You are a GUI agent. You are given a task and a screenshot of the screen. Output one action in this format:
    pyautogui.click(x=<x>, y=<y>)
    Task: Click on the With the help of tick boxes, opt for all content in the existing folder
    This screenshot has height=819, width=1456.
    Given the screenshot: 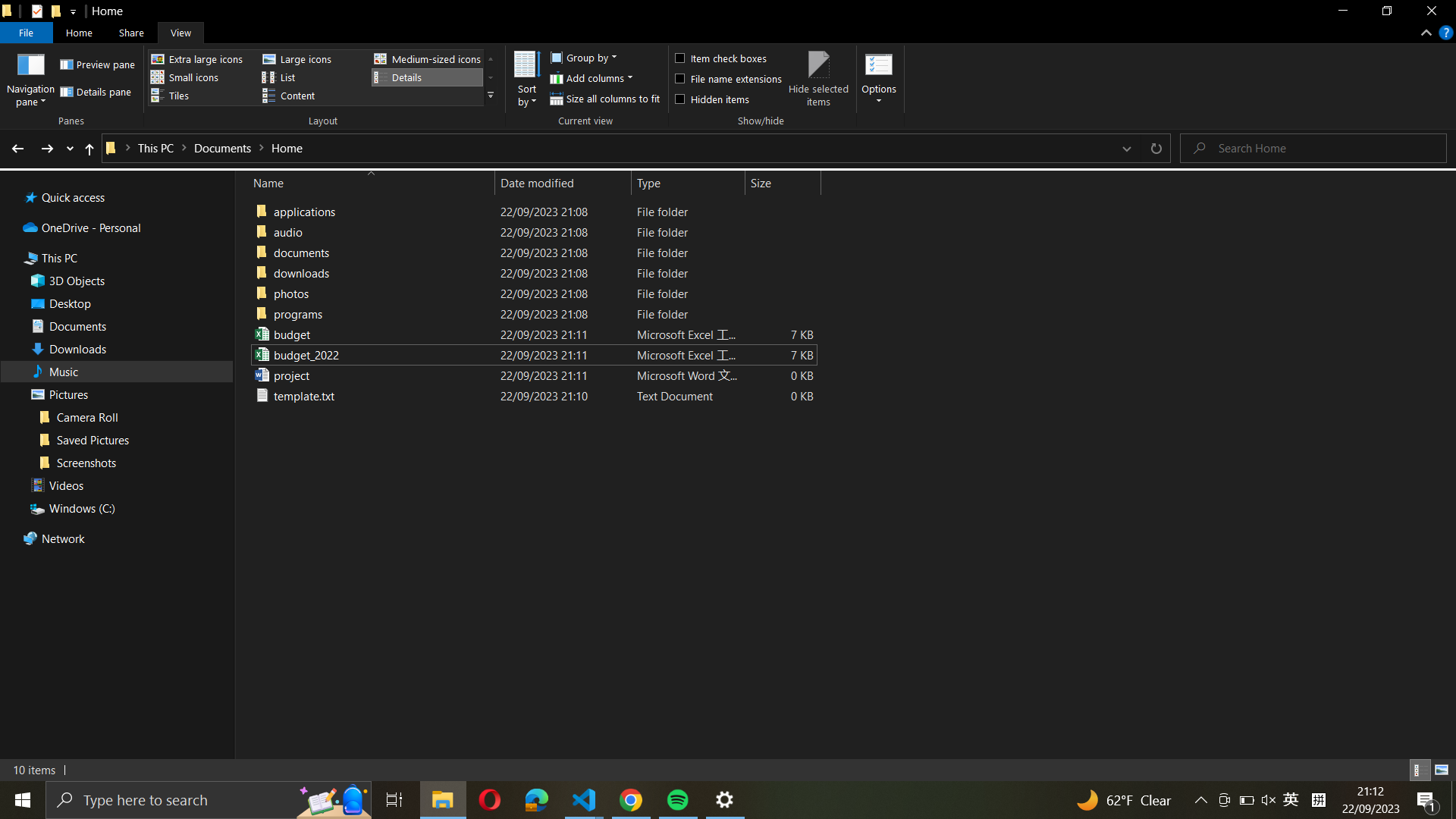 What is the action you would take?
    pyautogui.click(x=726, y=55)
    